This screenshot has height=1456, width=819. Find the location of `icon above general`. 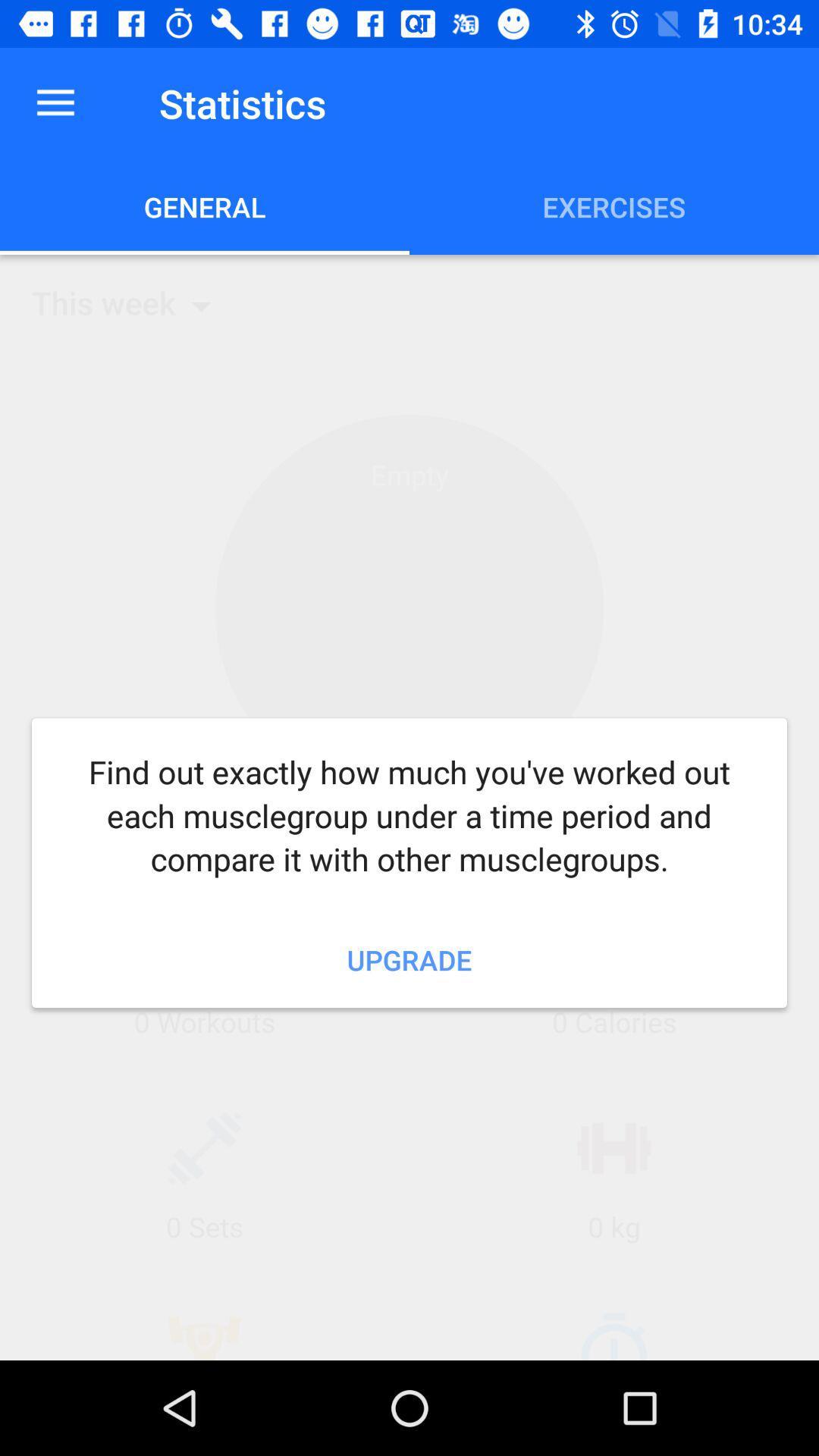

icon above general is located at coordinates (55, 102).